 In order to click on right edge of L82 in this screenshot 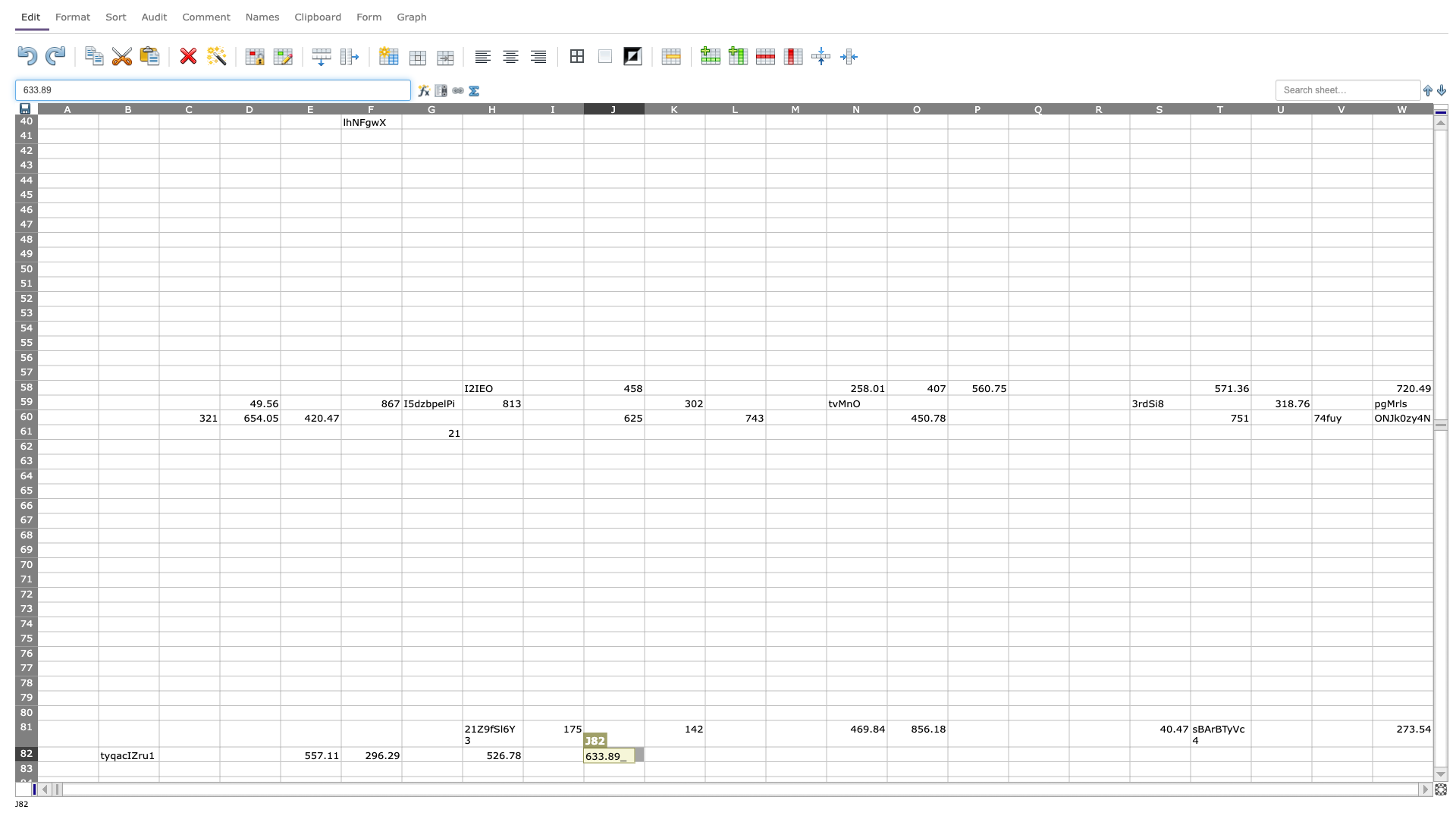, I will do `click(765, 754)`.